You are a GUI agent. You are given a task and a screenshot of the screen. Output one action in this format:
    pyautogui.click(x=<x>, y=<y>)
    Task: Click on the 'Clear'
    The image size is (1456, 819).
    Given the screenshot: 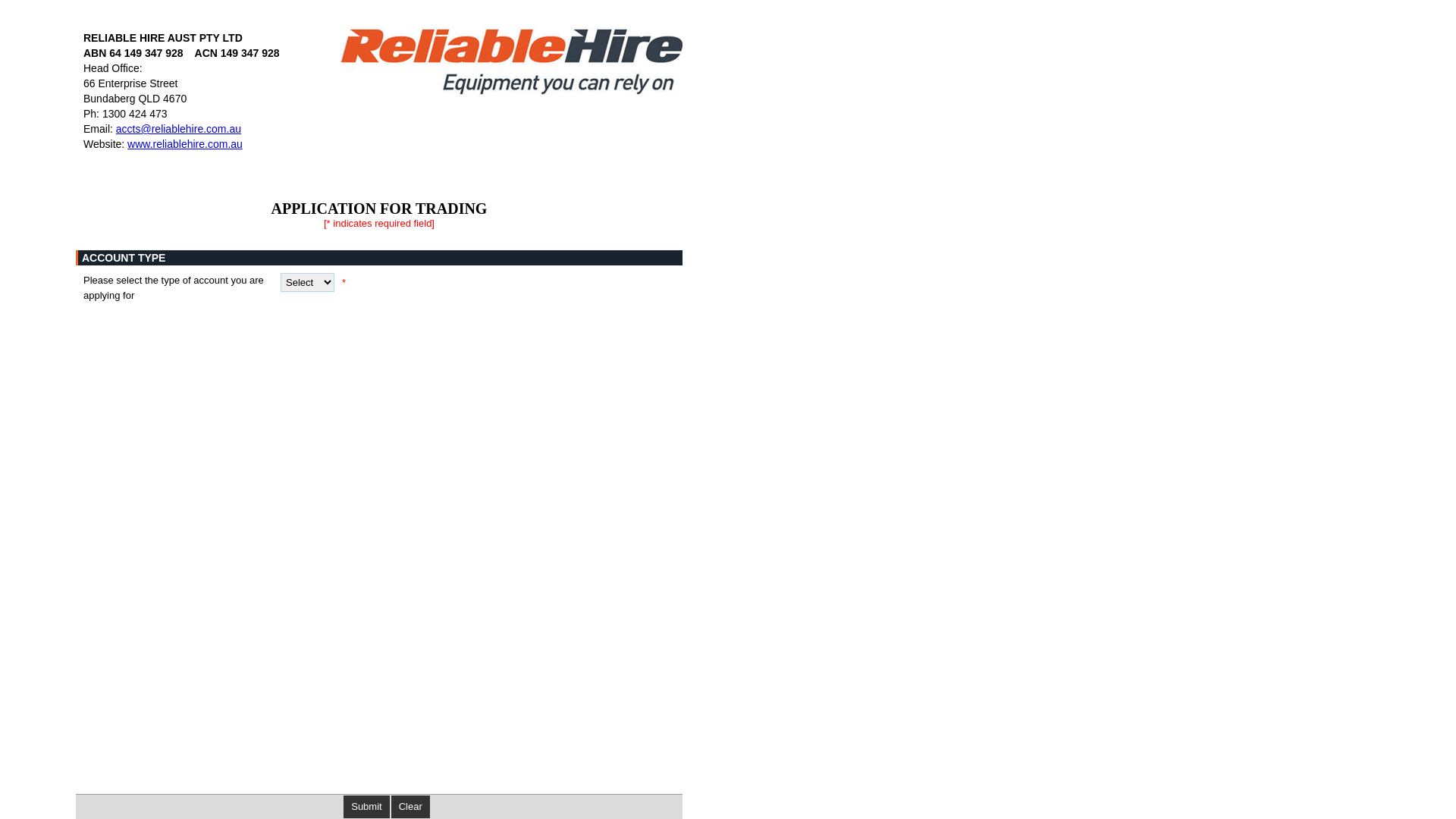 What is the action you would take?
    pyautogui.click(x=410, y=806)
    